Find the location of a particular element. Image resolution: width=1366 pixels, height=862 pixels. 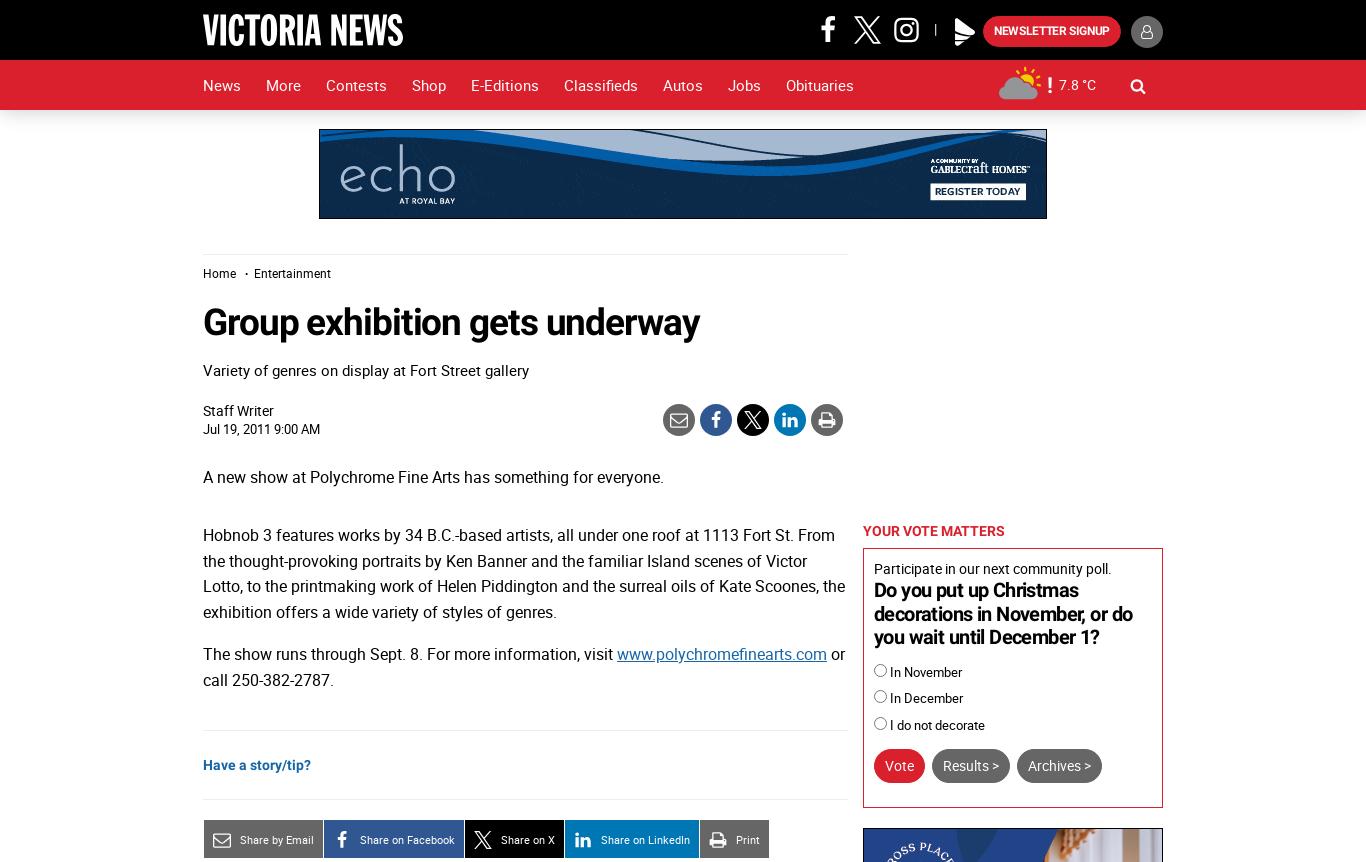

'www.polychromefinearts.com' is located at coordinates (722, 651).